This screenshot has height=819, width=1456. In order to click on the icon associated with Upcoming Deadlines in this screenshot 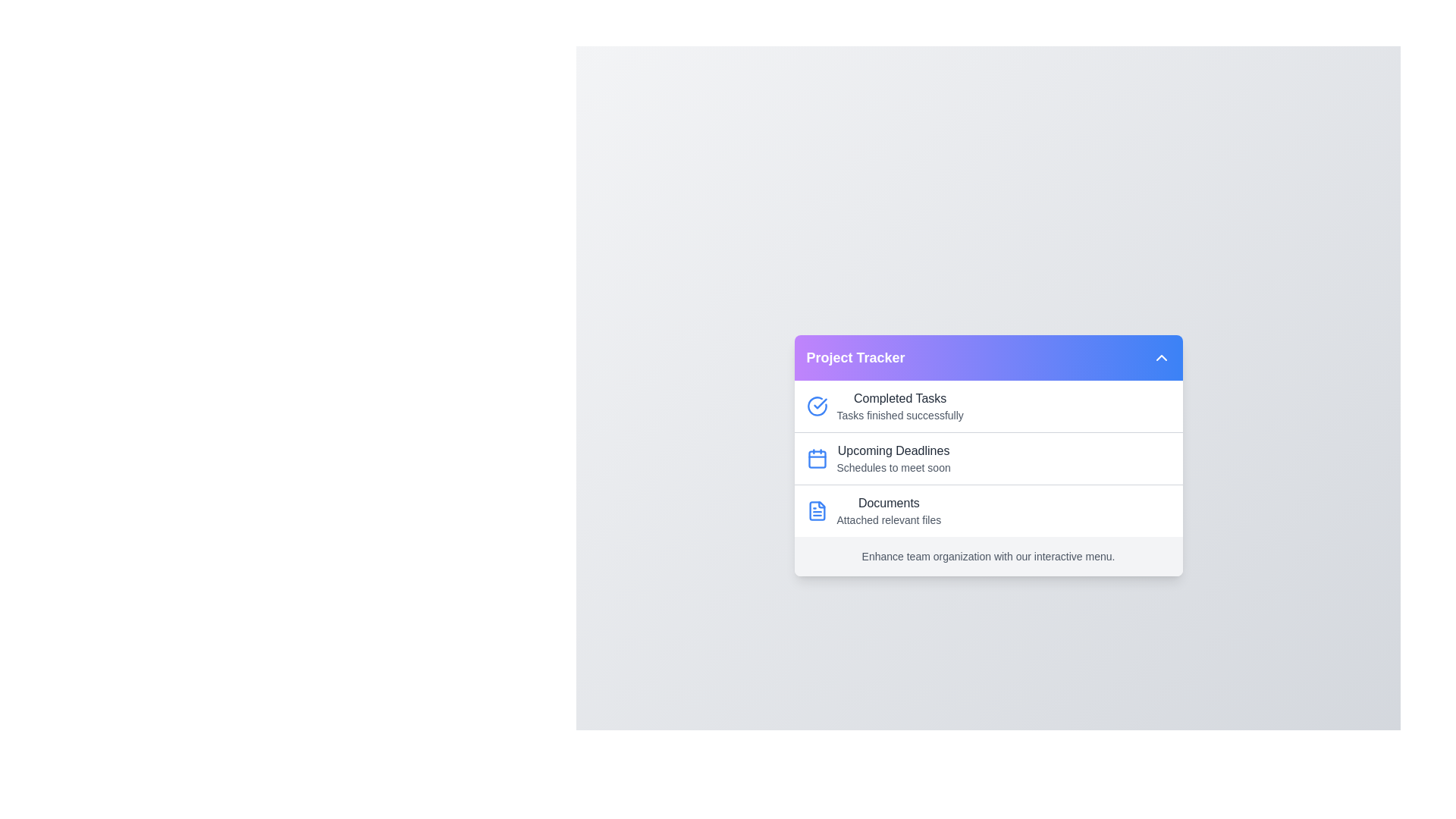, I will do `click(816, 458)`.